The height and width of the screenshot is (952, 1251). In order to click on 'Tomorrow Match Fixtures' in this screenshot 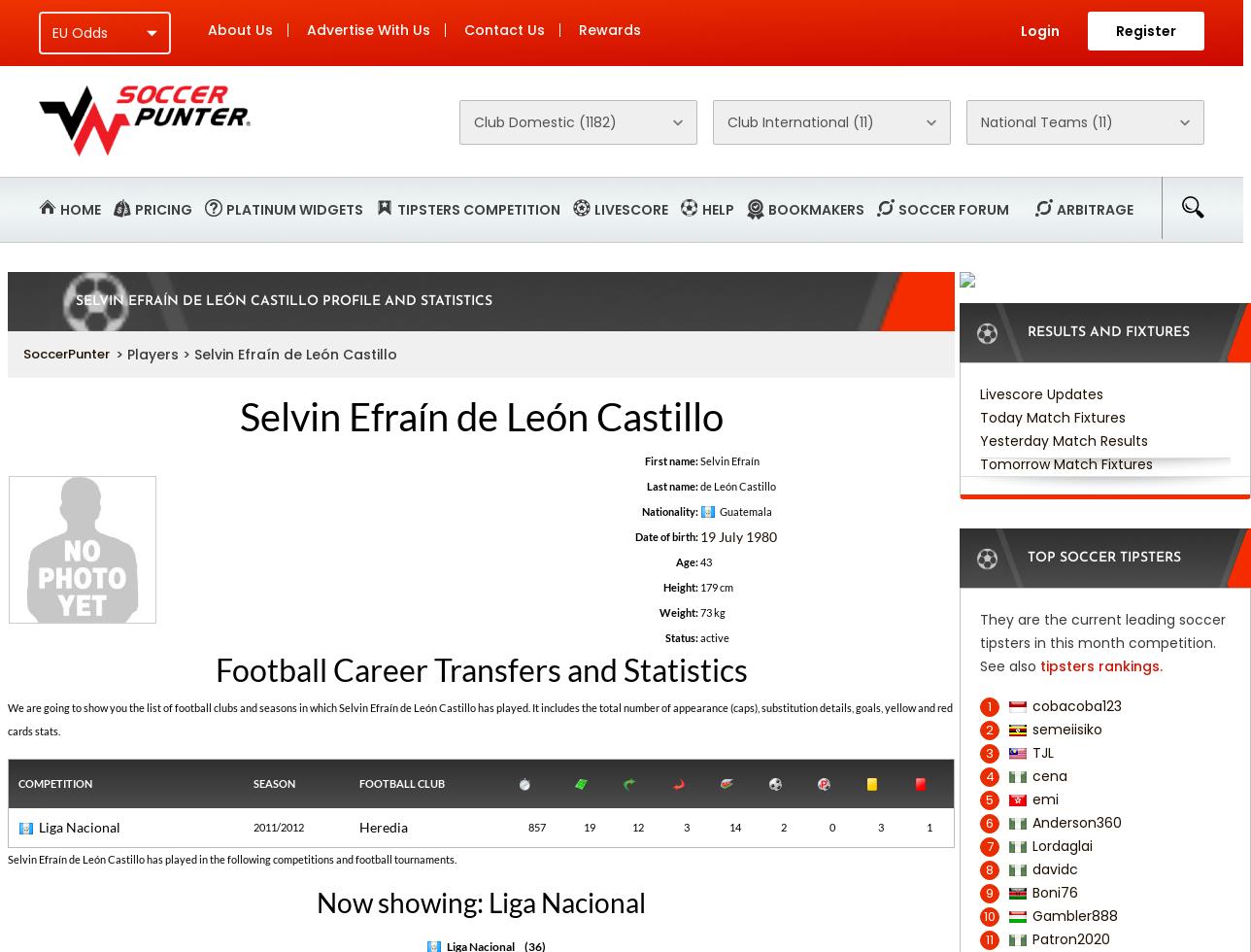, I will do `click(1066, 464)`.